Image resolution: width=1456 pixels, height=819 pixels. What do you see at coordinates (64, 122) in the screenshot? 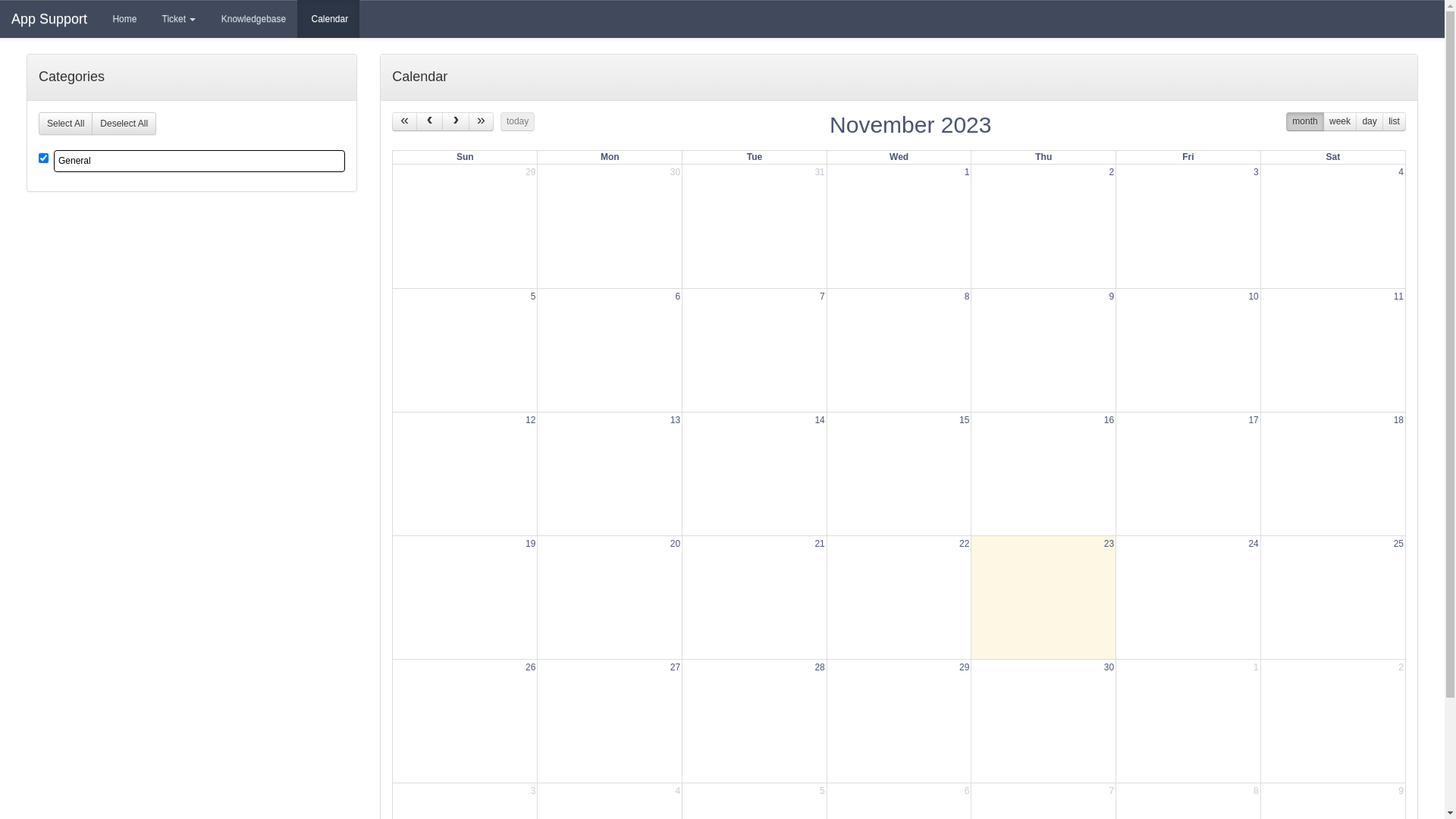
I see `'Select All'` at bounding box center [64, 122].